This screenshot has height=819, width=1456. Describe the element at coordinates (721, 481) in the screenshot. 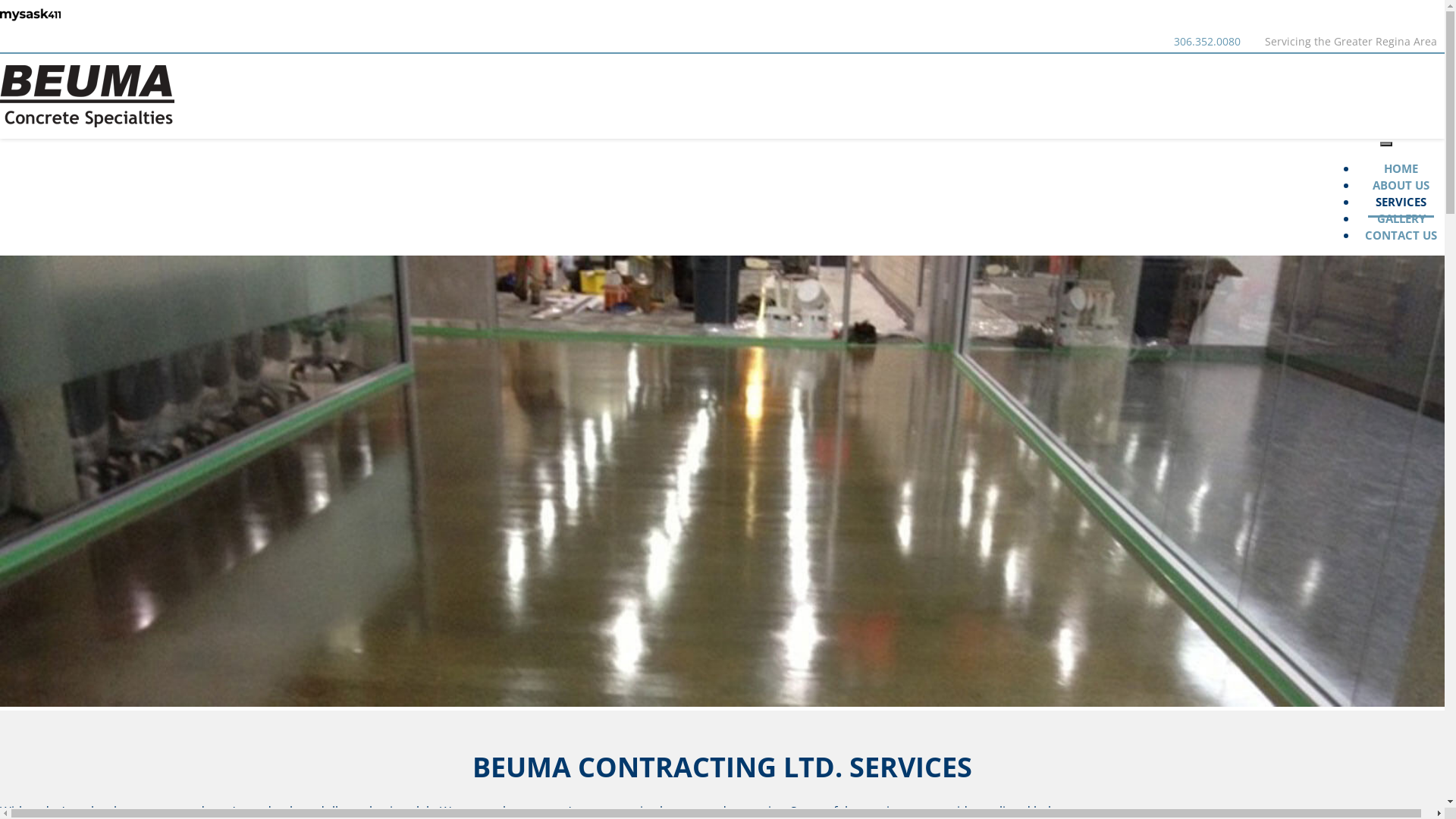

I see `'Polished Concrete Floor'` at that location.